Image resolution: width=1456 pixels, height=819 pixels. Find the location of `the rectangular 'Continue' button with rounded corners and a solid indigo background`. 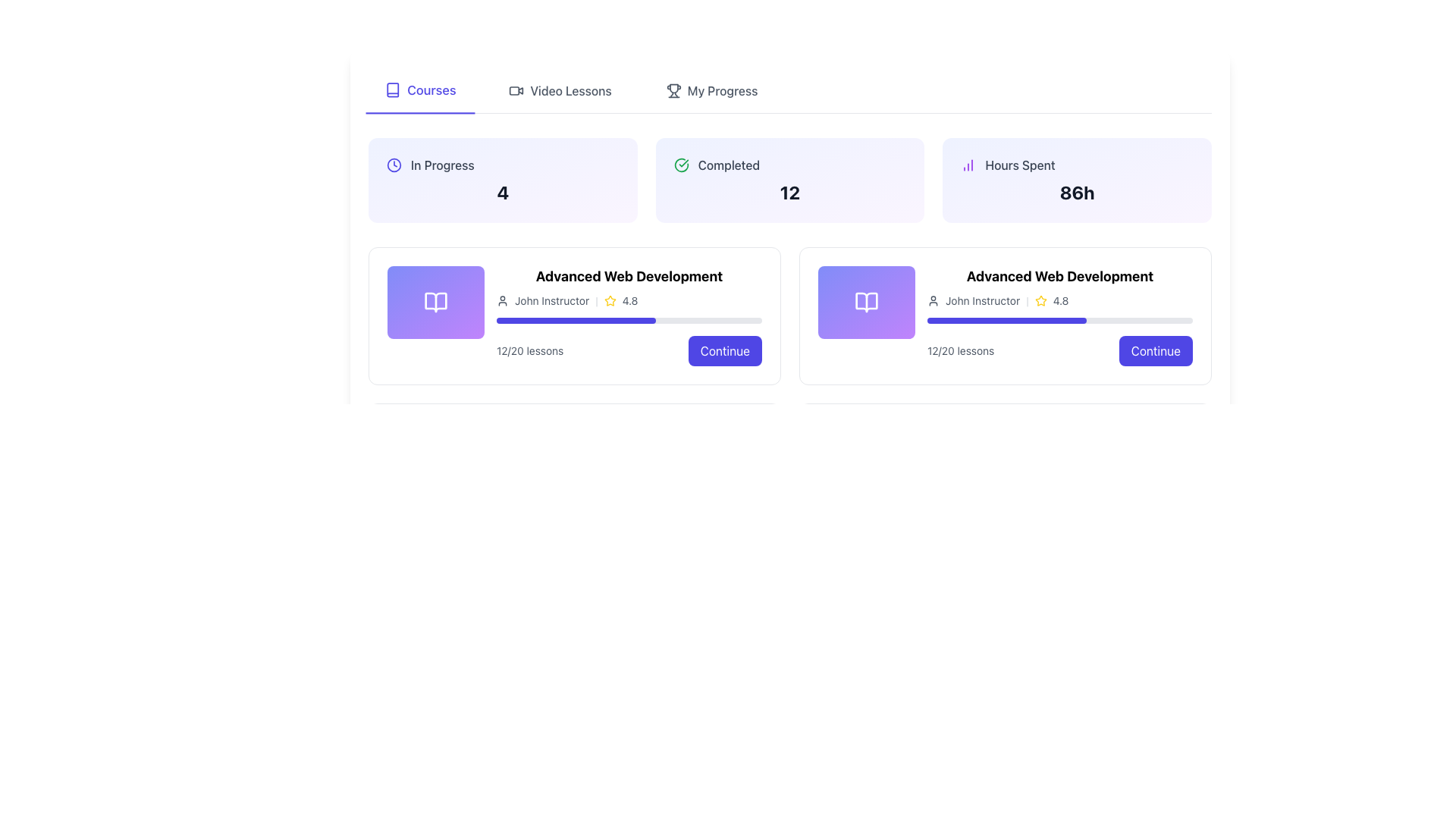

the rectangular 'Continue' button with rounded corners and a solid indigo background is located at coordinates (724, 350).